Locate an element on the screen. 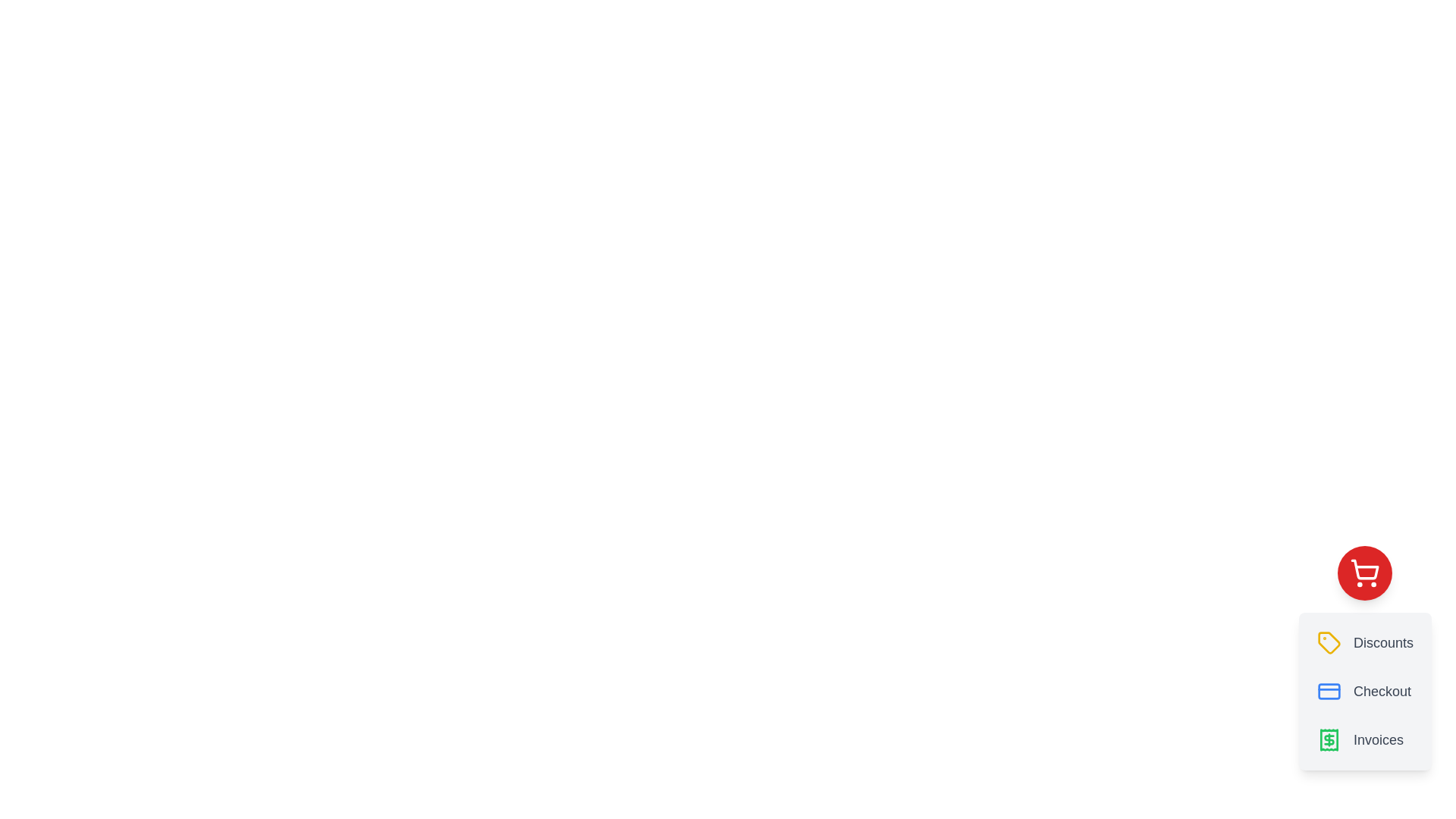  the 'Invoices' button with the green receipt icon is located at coordinates (1328, 739).